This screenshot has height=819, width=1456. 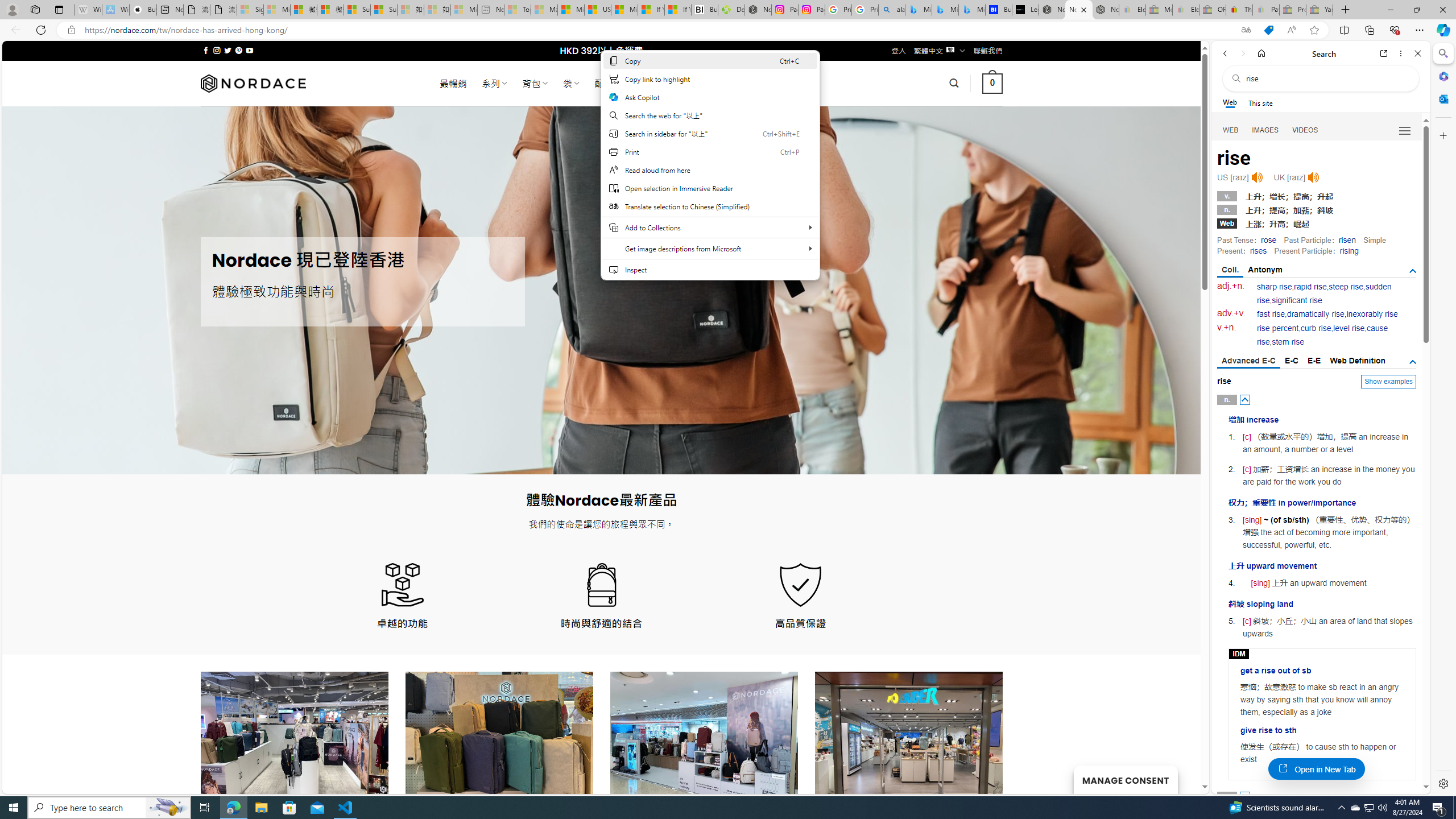 What do you see at coordinates (1323, 293) in the screenshot?
I see `'sudden rise'` at bounding box center [1323, 293].